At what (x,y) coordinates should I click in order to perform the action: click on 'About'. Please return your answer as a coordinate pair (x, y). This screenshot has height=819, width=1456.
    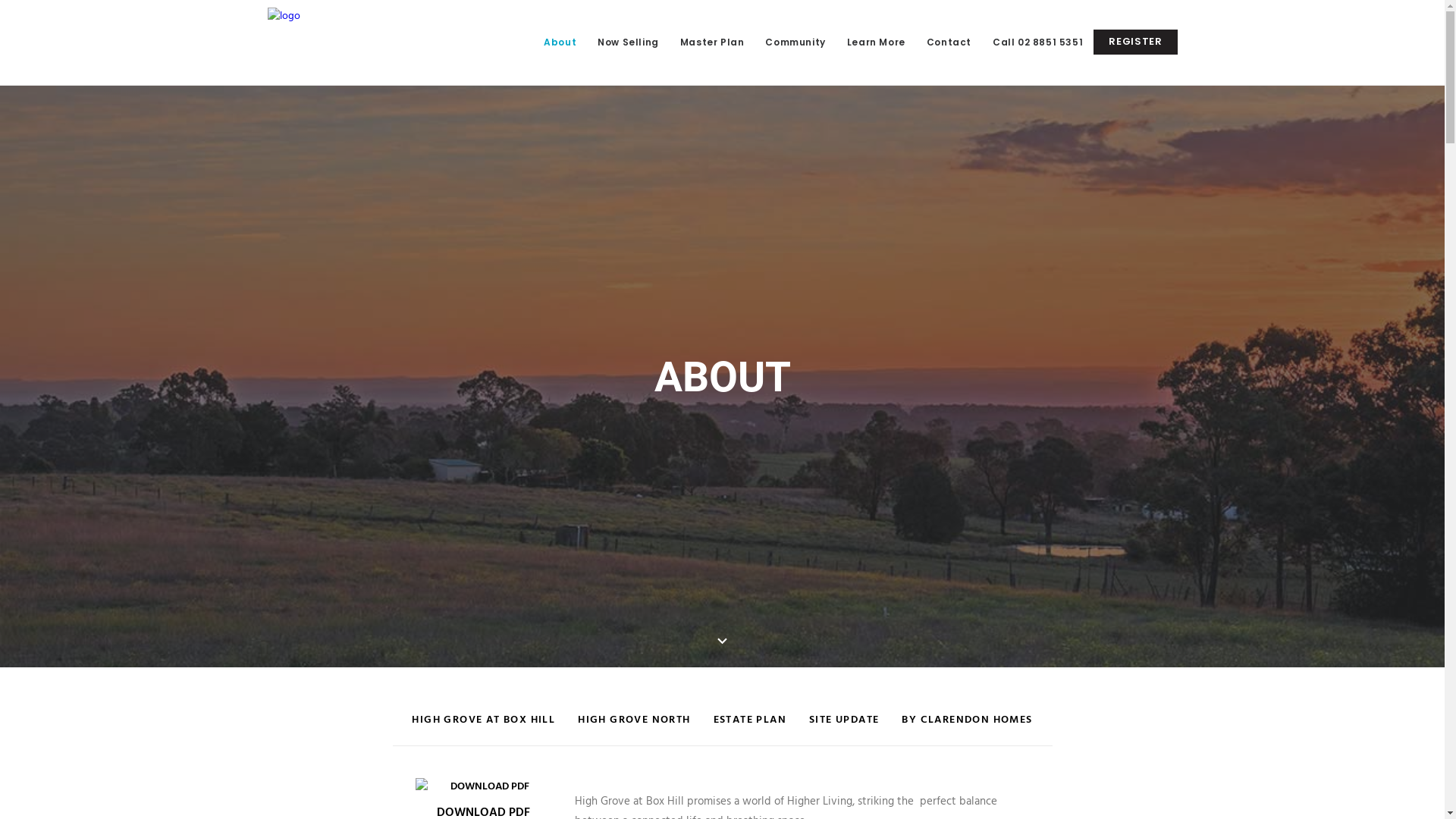
    Looking at the image, I should click on (559, 42).